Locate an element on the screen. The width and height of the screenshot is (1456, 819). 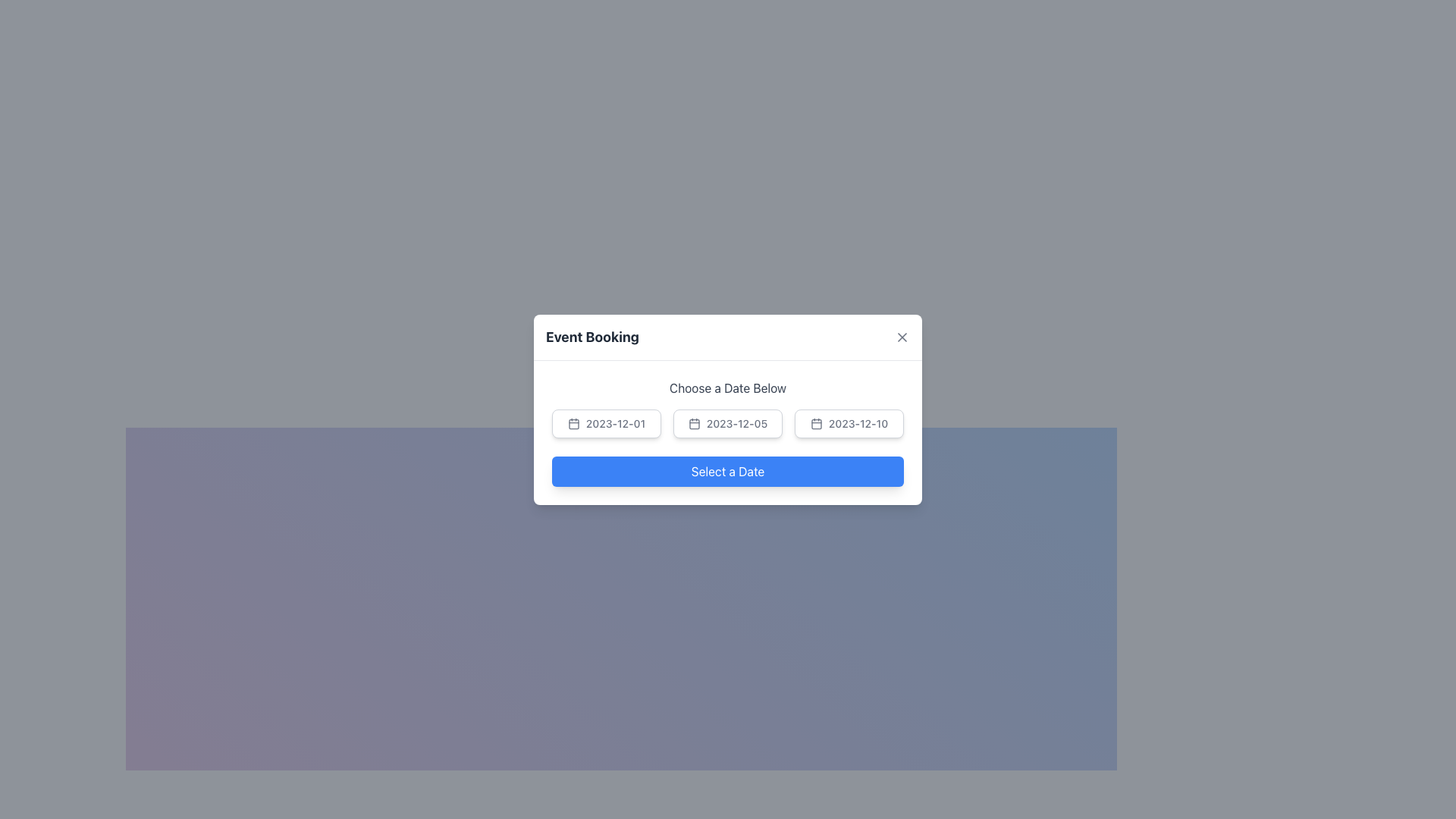
the compact calendar icon rendered as an SVG, located on the left side of the button labeled '2023-12-10' within the 'Event Booking' modal interface is located at coordinates (815, 423).